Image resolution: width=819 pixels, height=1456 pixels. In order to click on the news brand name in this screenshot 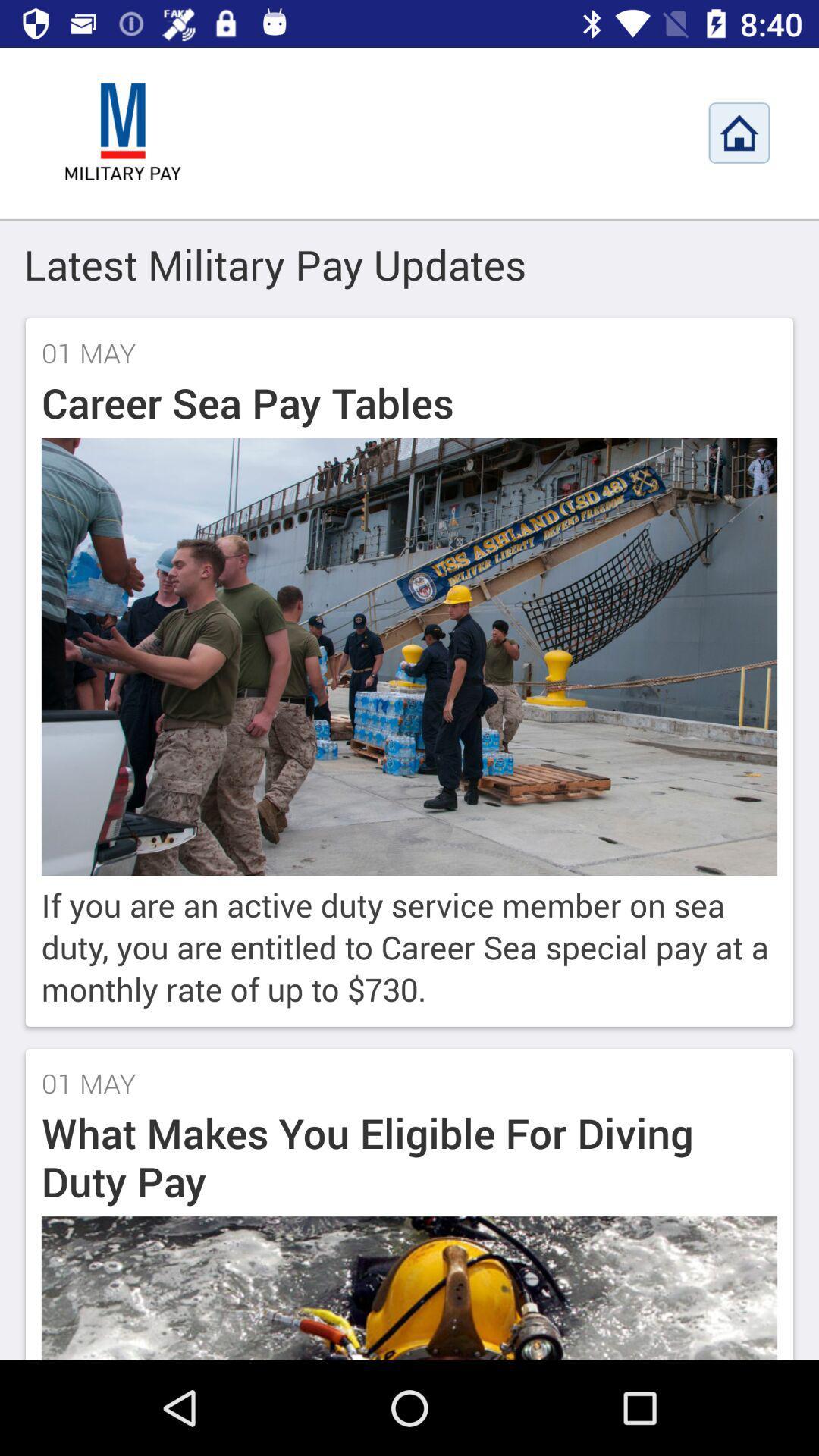, I will do `click(122, 133)`.